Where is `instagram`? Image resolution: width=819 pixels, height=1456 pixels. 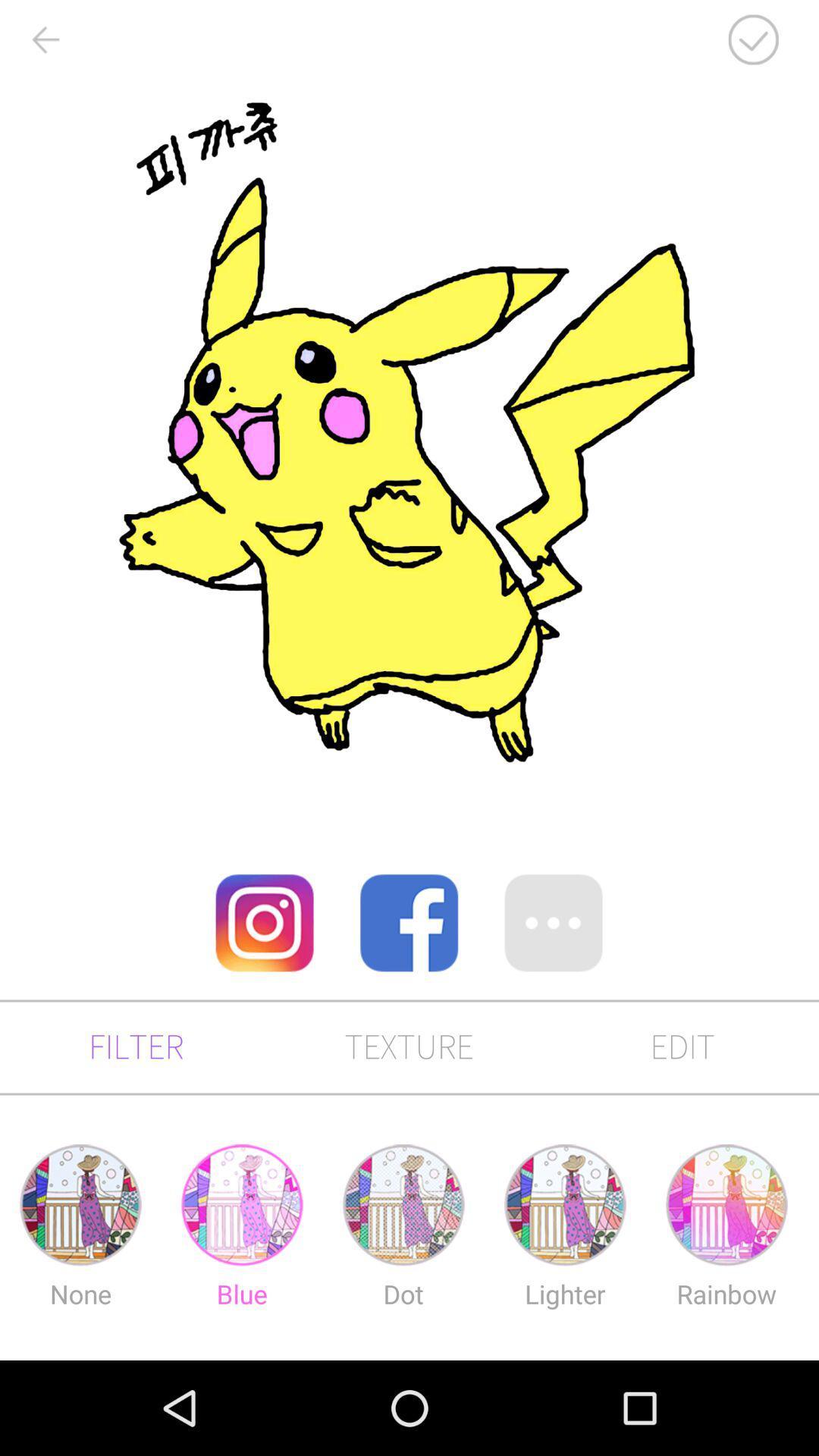 instagram is located at coordinates (264, 922).